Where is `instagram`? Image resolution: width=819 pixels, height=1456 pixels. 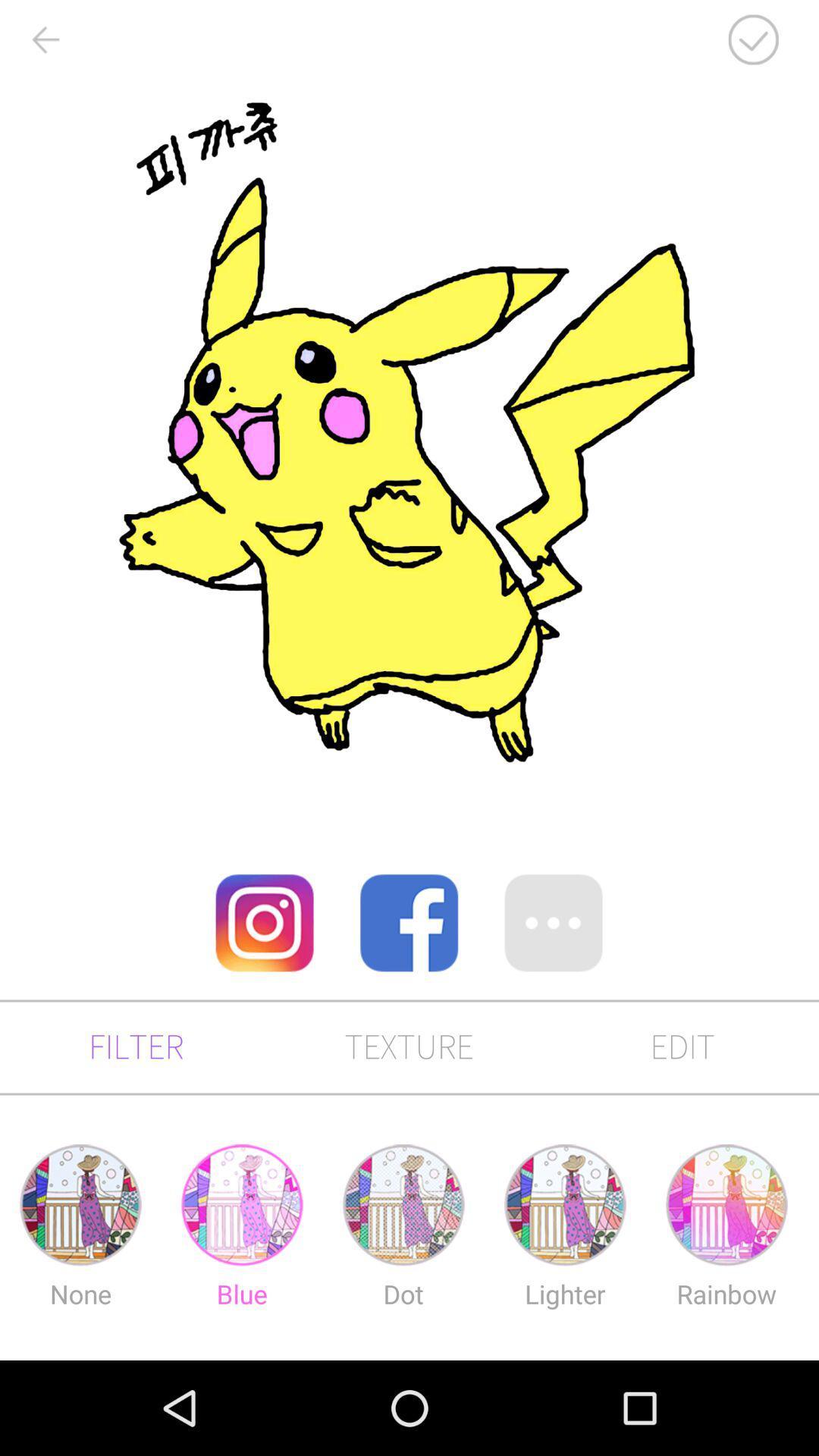 instagram is located at coordinates (264, 922).